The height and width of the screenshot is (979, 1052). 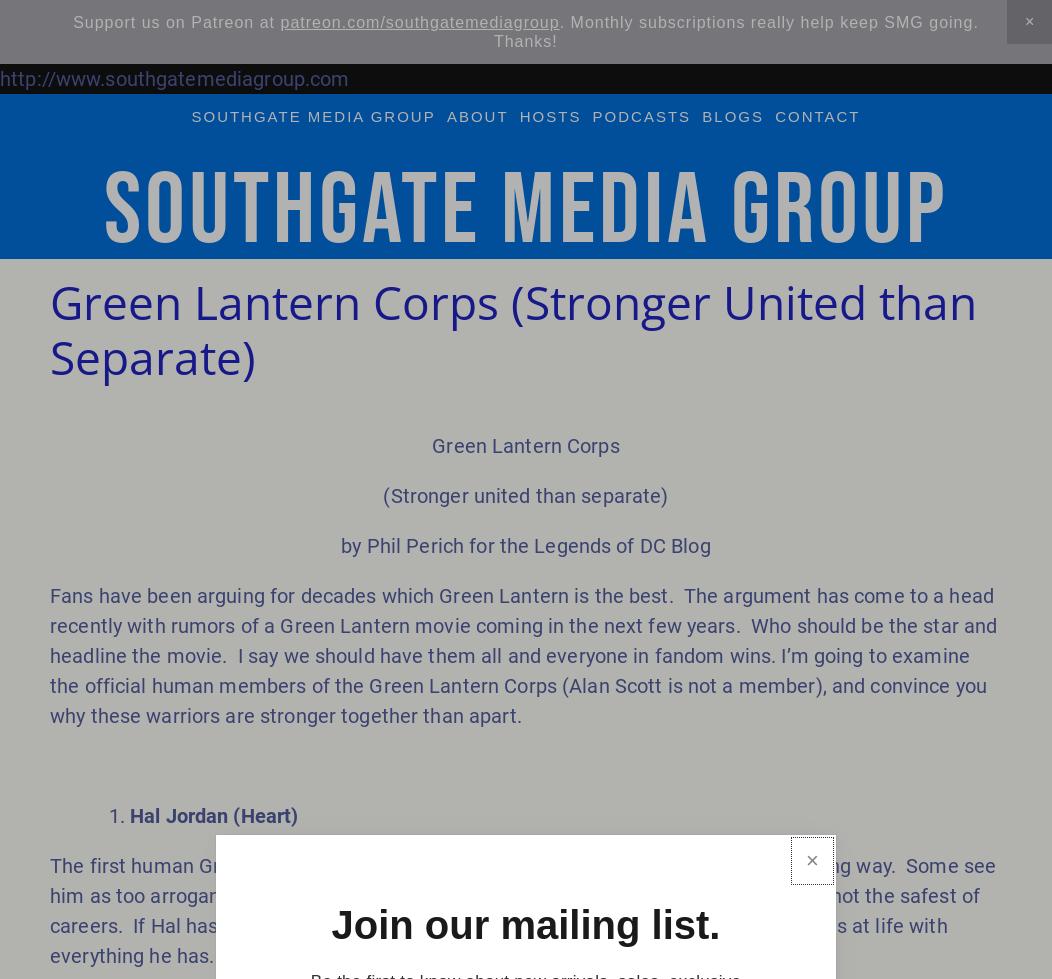 I want to click on 'hosts', so click(x=549, y=115).